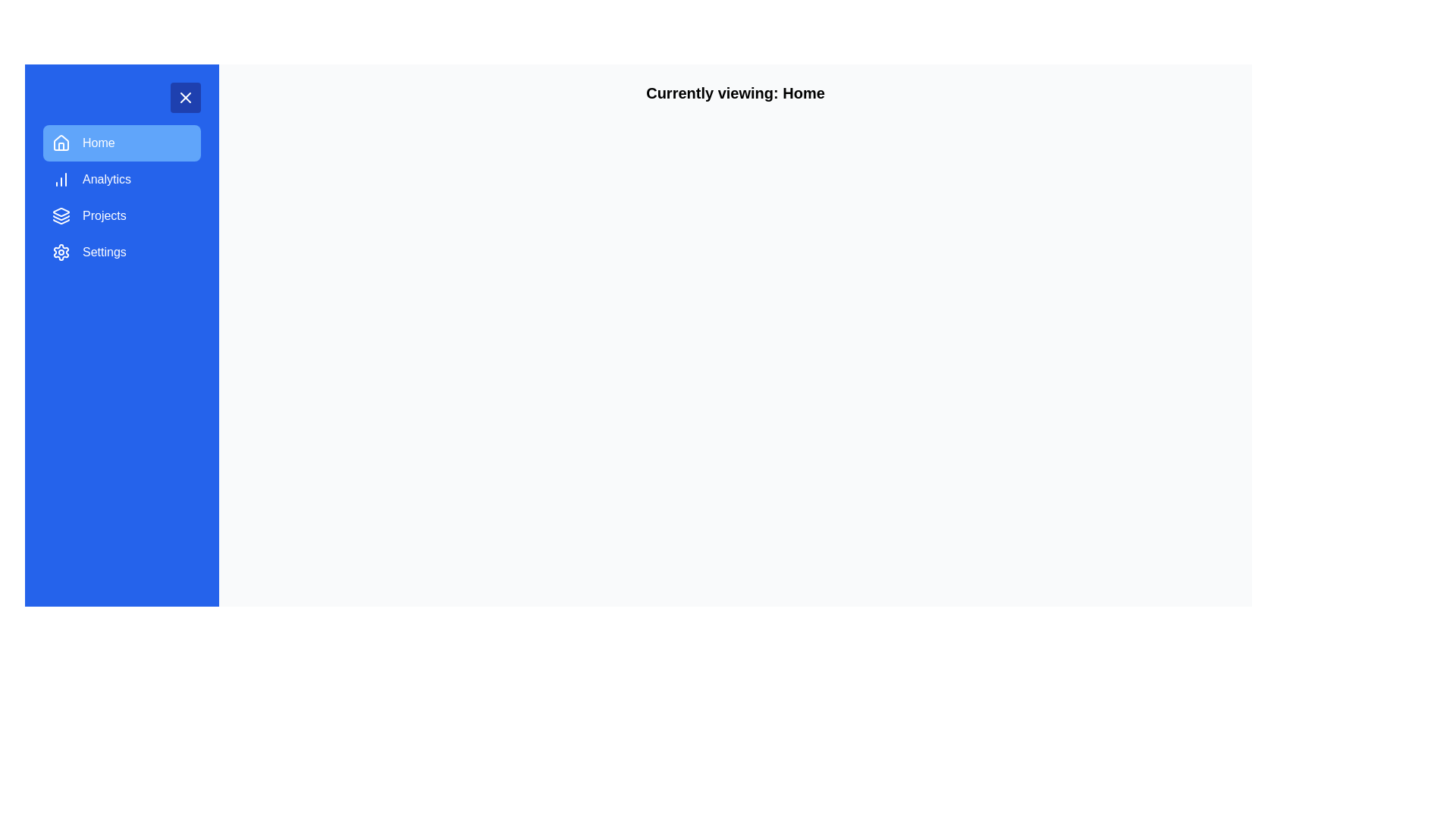 This screenshot has height=819, width=1456. I want to click on the 'Settings' icon located in the left sidebar under the 'Settings' label, positioned below the 'Projects' option, so click(61, 251).